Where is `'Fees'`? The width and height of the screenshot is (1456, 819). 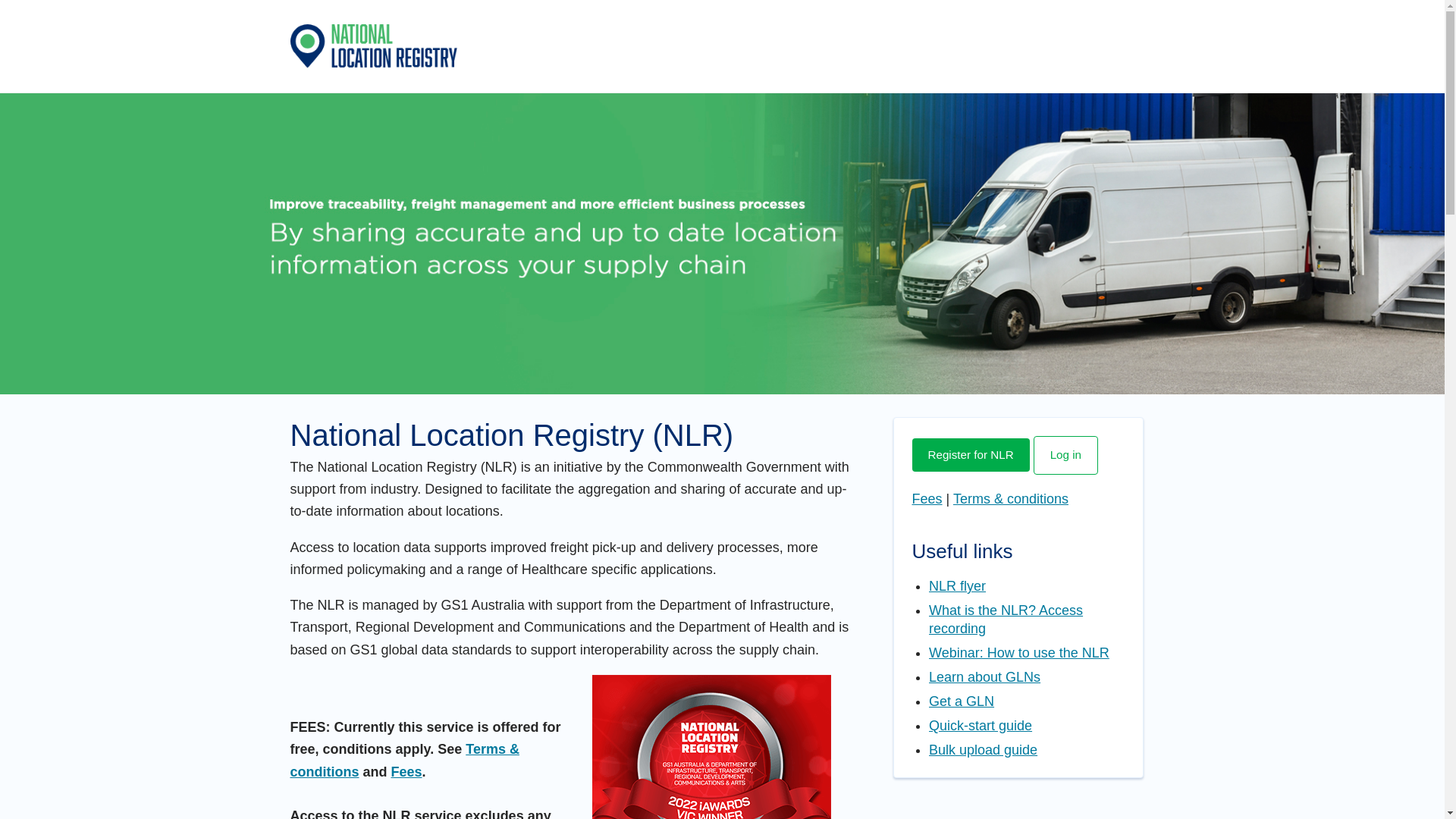
'Fees' is located at coordinates (406, 772).